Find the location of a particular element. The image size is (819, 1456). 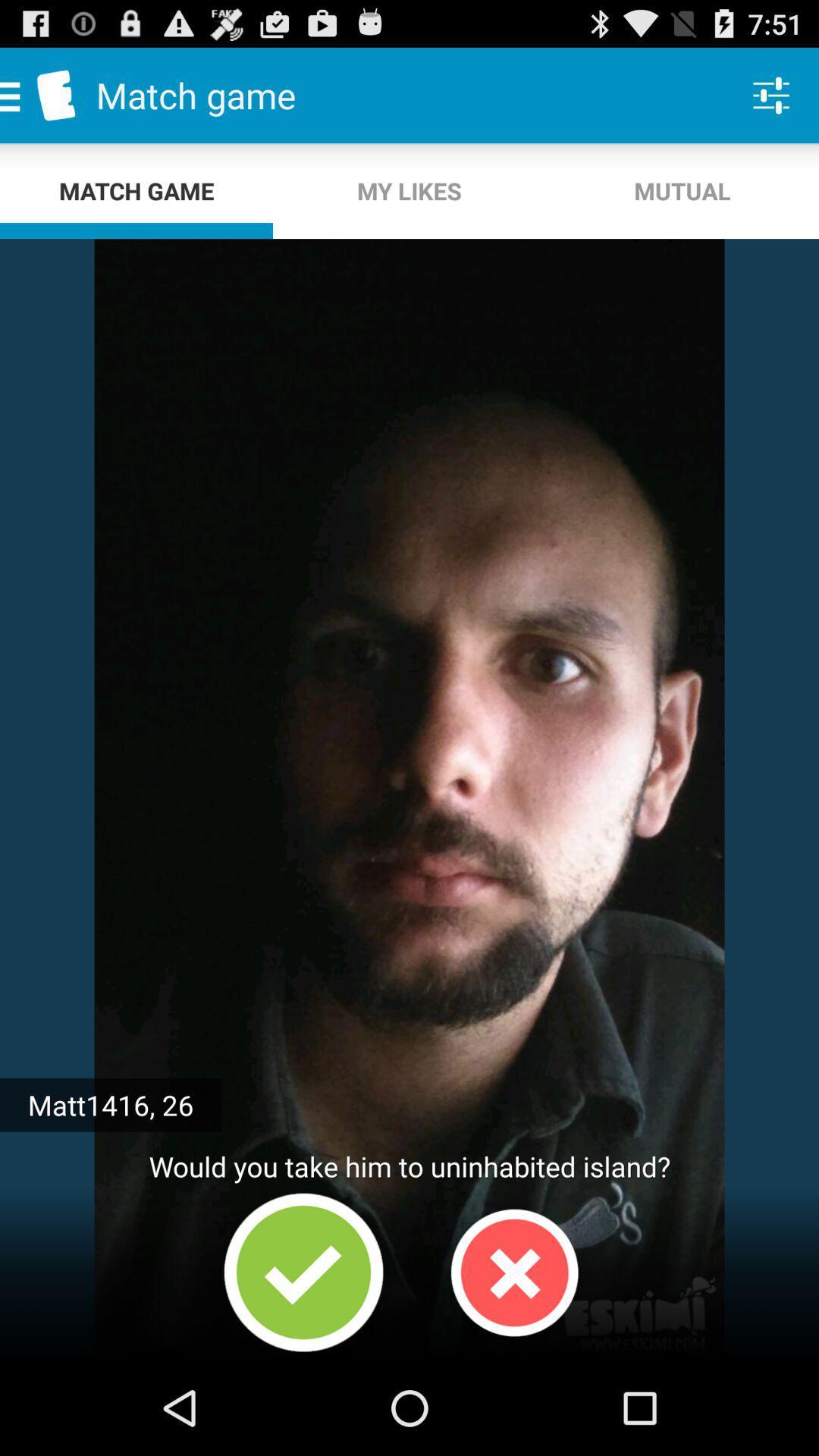

the my likes is located at coordinates (409, 190).